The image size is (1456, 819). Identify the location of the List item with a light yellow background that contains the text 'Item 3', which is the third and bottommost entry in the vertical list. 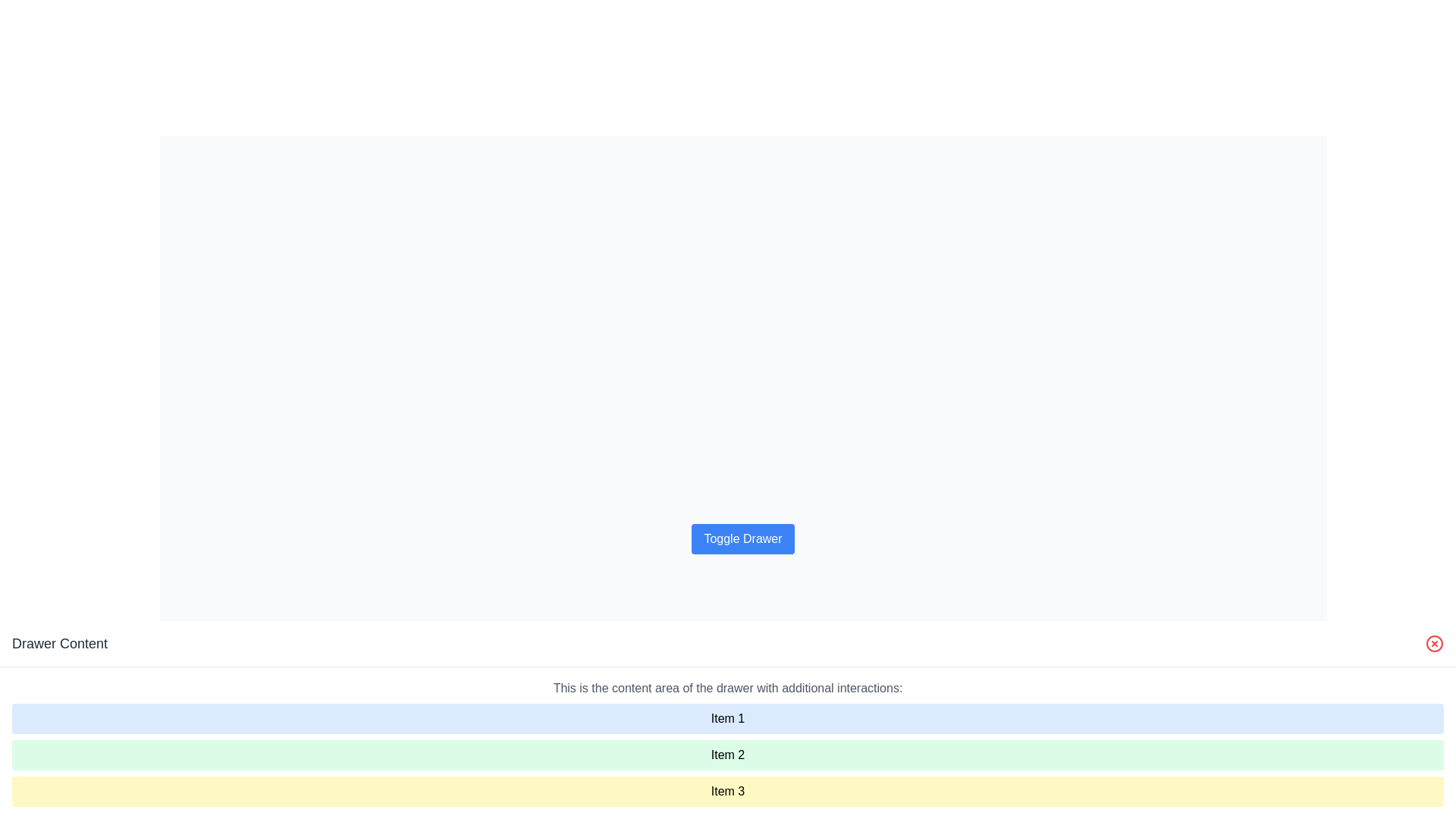
(728, 791).